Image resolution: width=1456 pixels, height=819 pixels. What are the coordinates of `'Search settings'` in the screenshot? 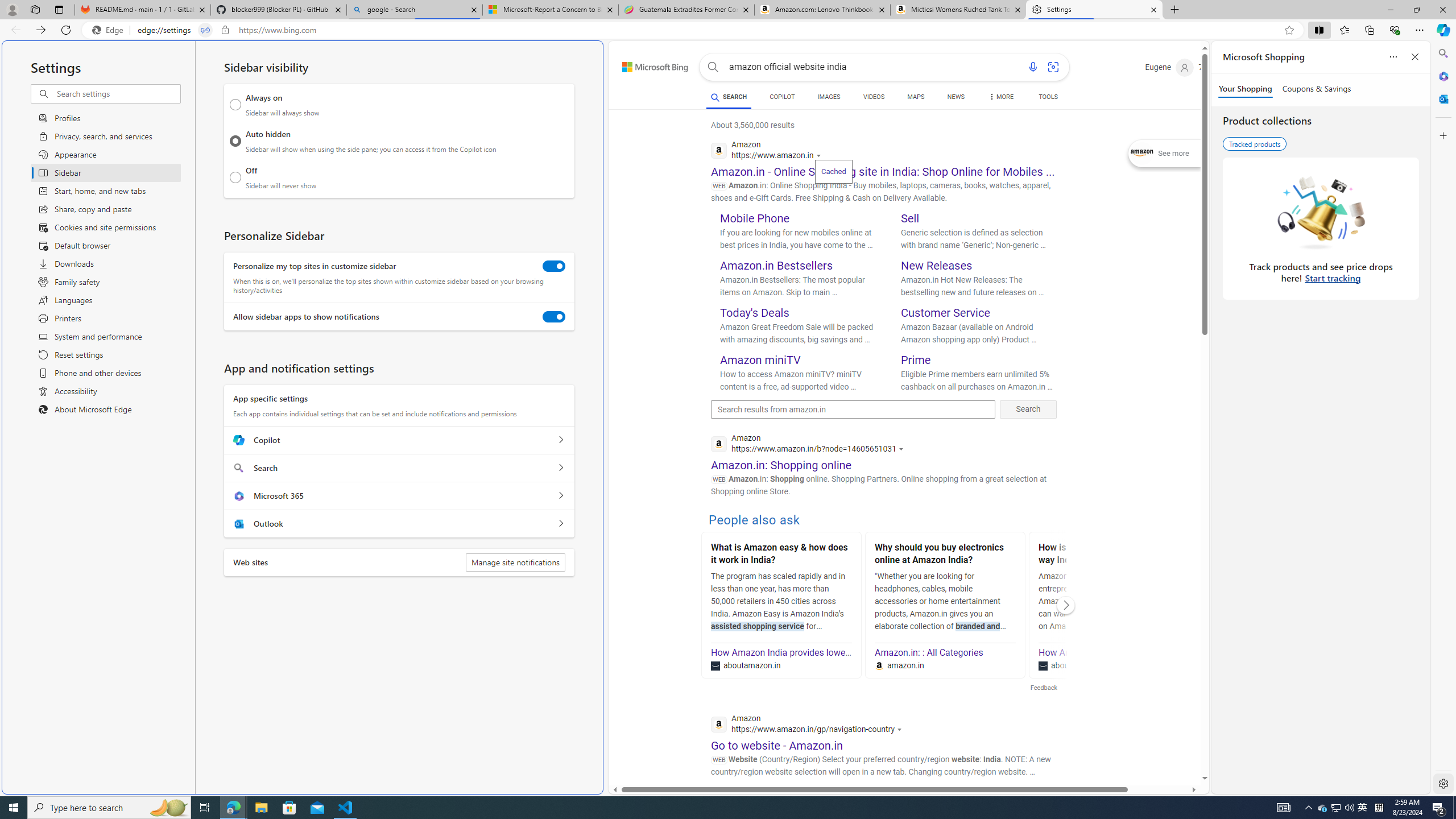 It's located at (118, 93).